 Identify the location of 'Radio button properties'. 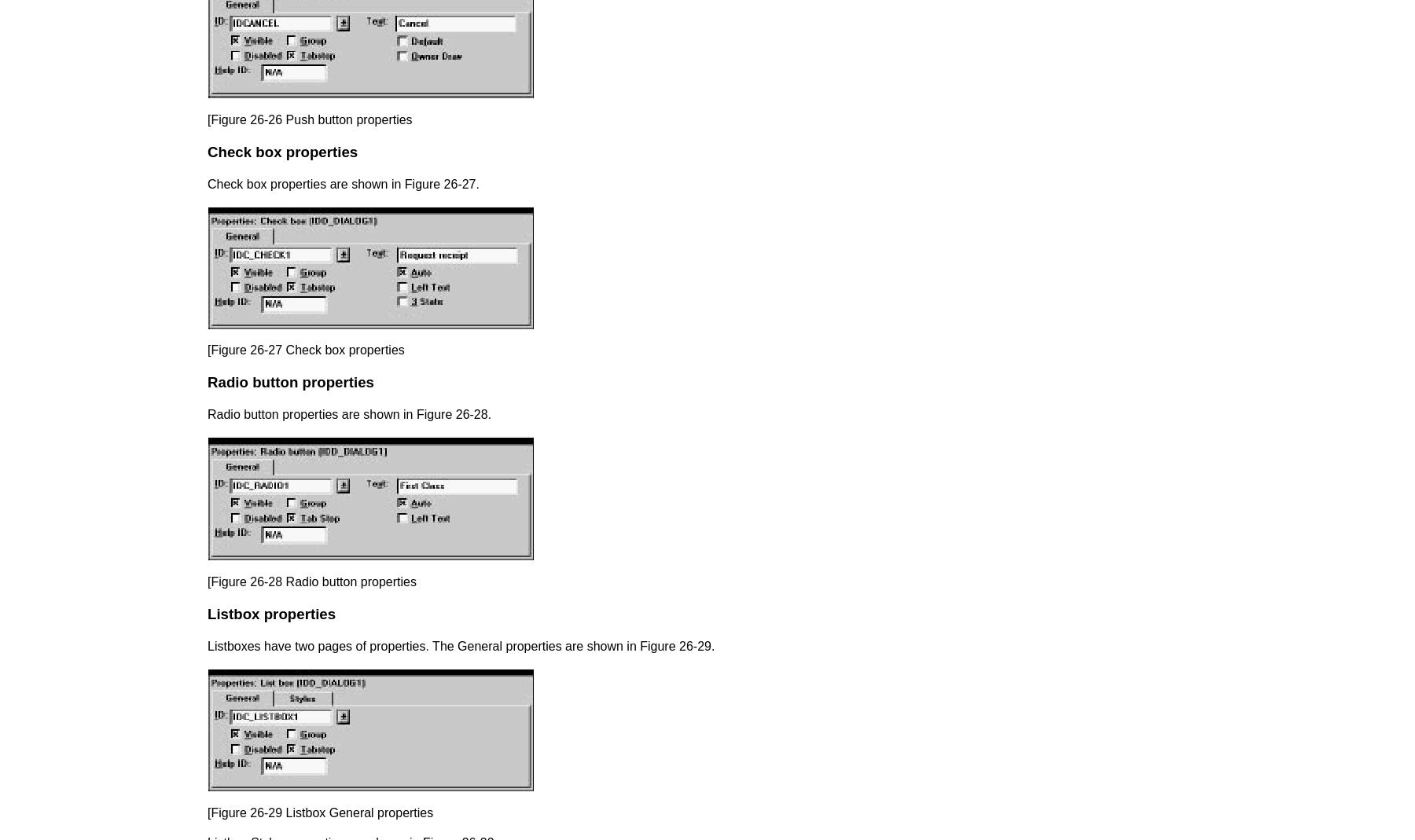
(290, 380).